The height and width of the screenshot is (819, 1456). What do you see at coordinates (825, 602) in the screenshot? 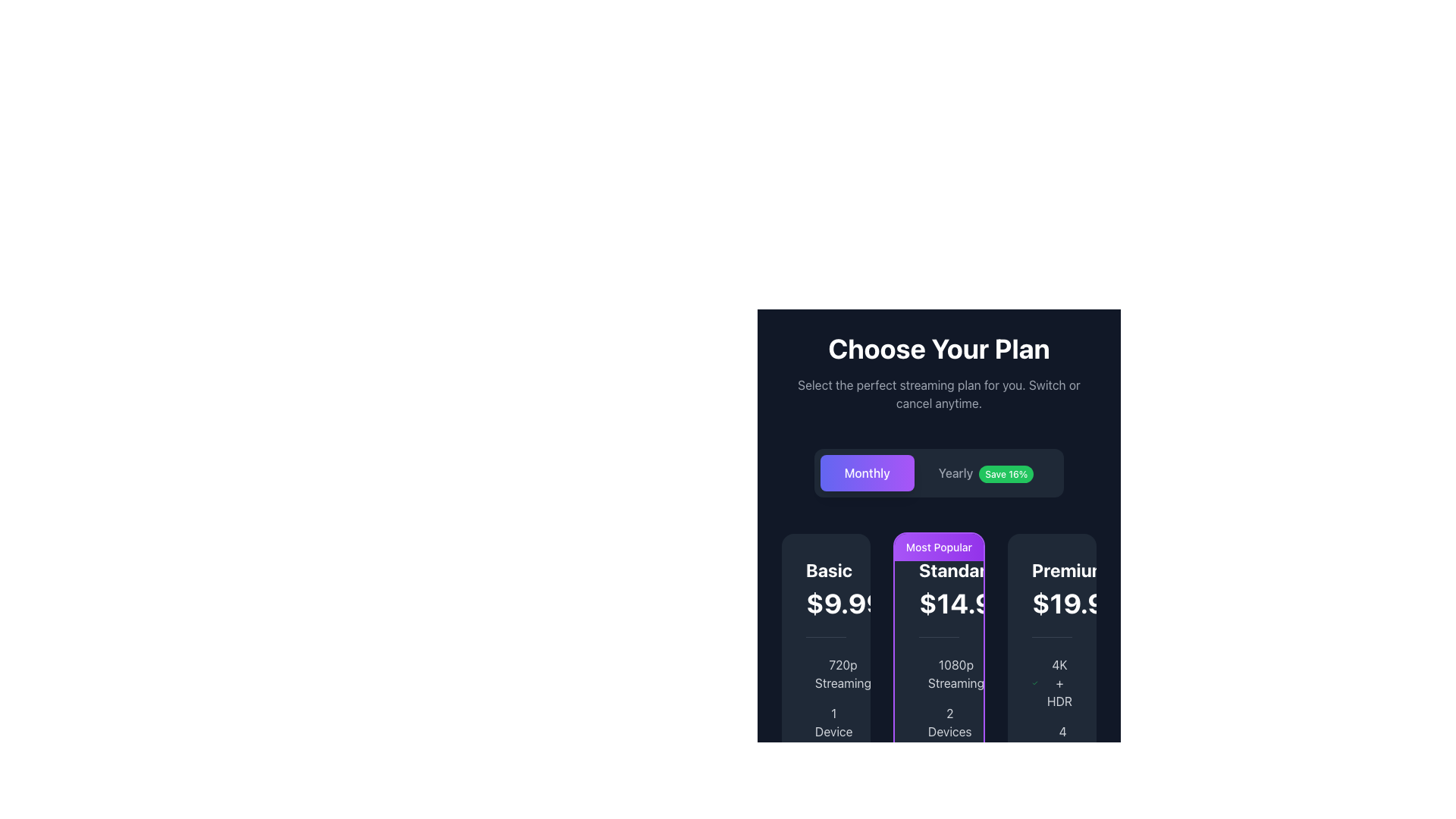
I see `the static text element displaying the price '$9.99/mo' located in the 'Basic' pricing plan card, which features bolded white text for '$9.99' and smaller gray text for '/mo'` at bounding box center [825, 602].